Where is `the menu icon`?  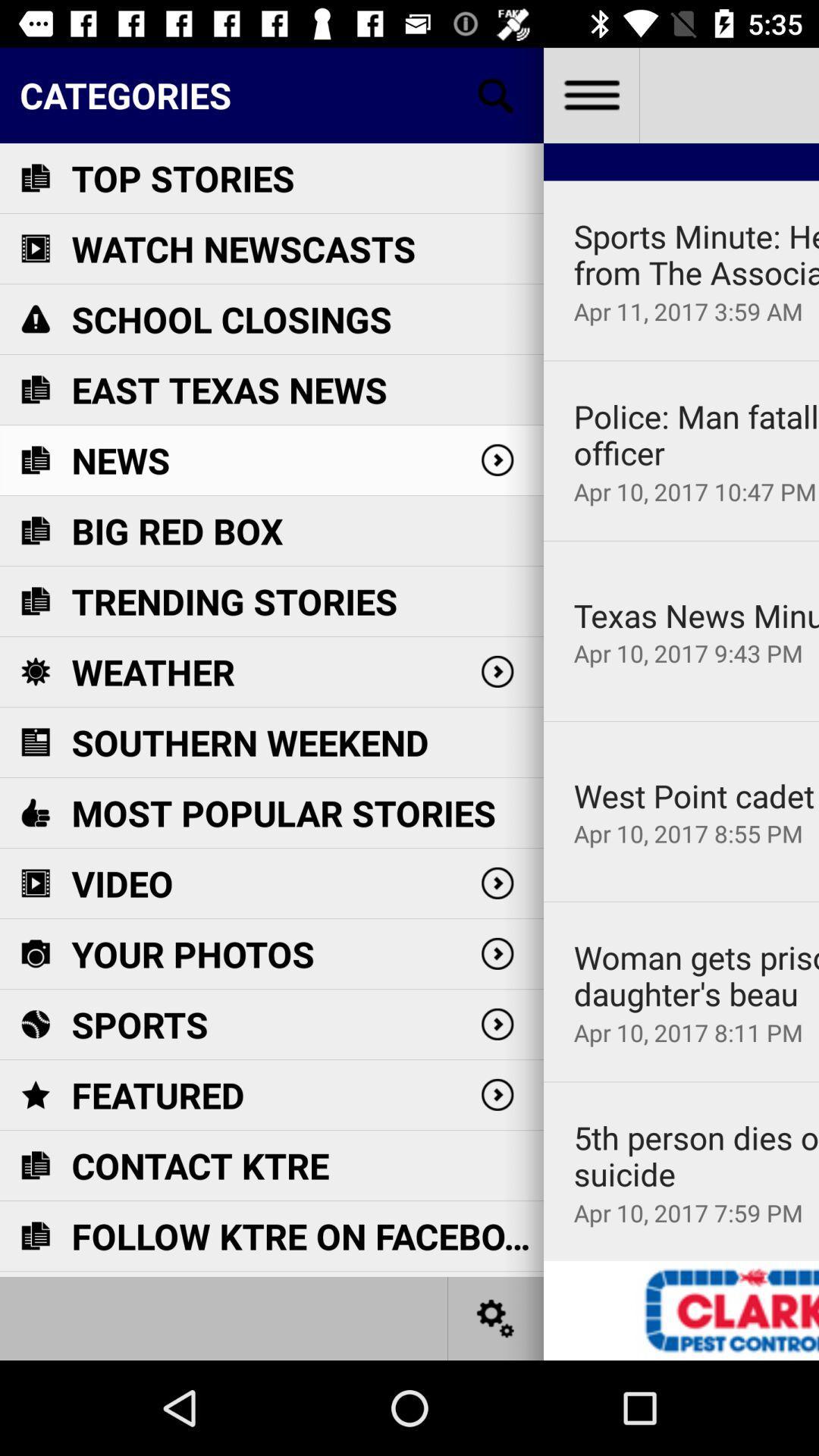 the menu icon is located at coordinates (590, 94).